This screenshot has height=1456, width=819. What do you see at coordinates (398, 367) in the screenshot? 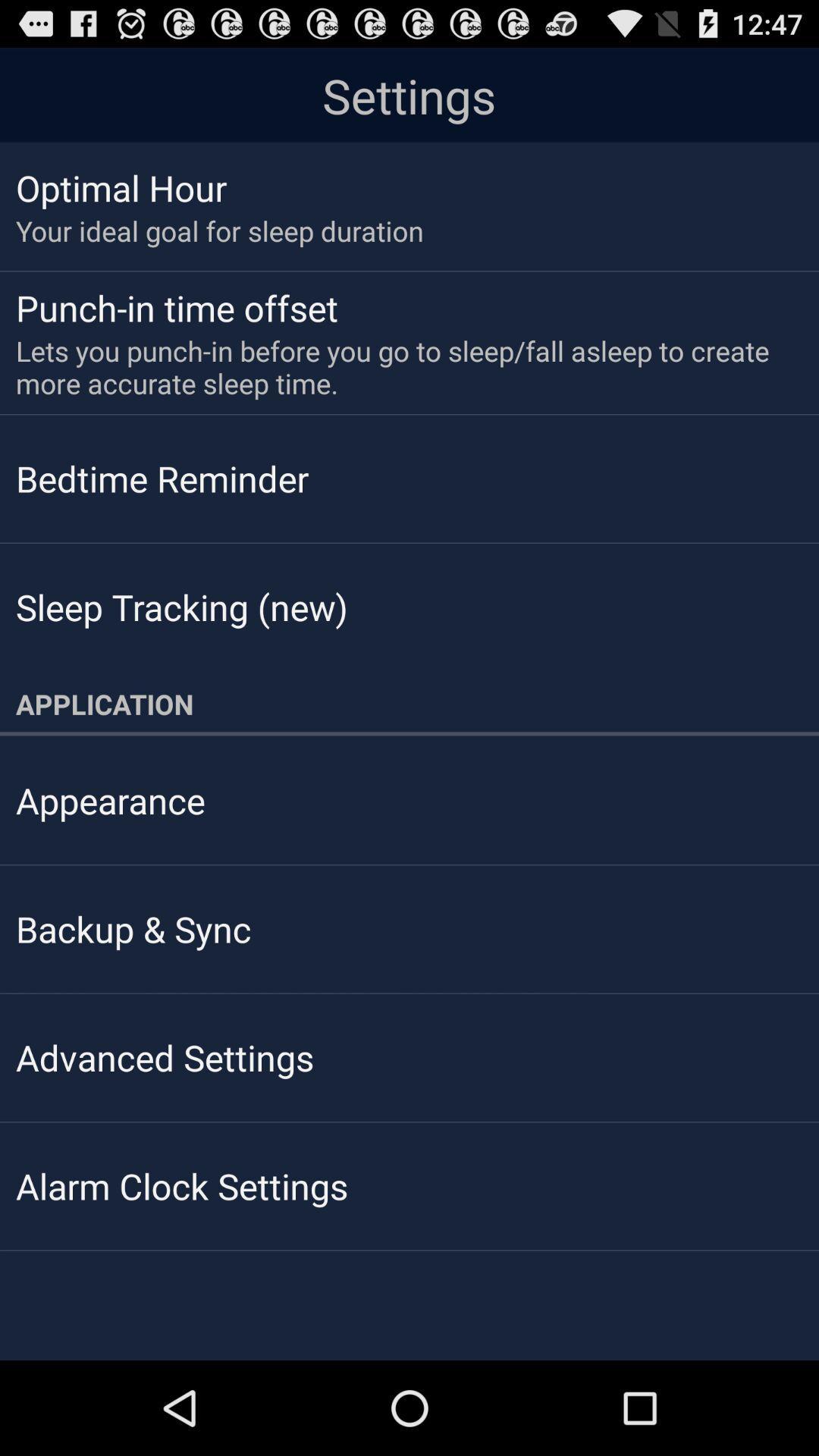
I see `the icon below the punch in time icon` at bounding box center [398, 367].